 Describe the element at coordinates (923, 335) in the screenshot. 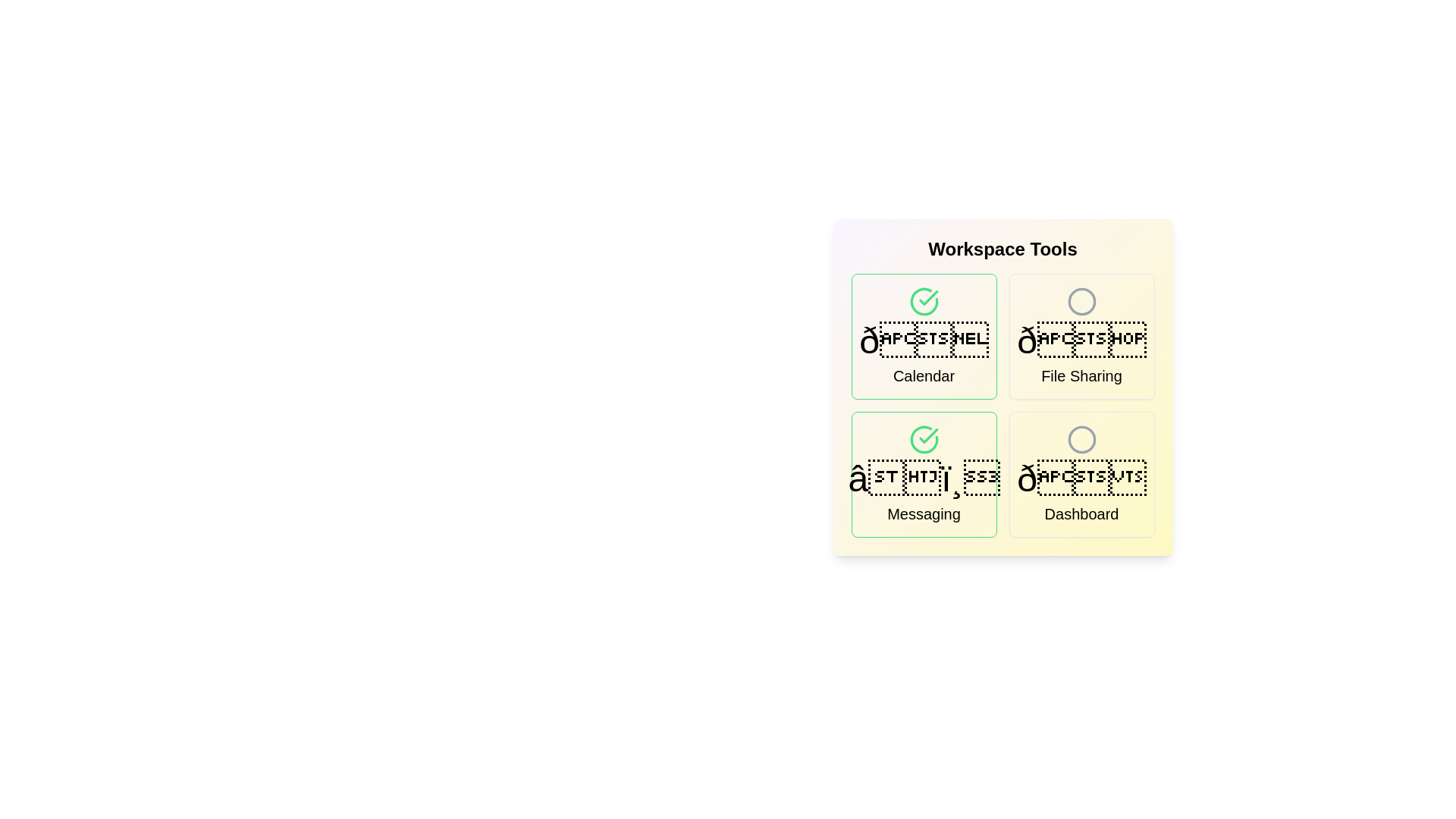

I see `the Calendar button to observe its hover effect` at that location.